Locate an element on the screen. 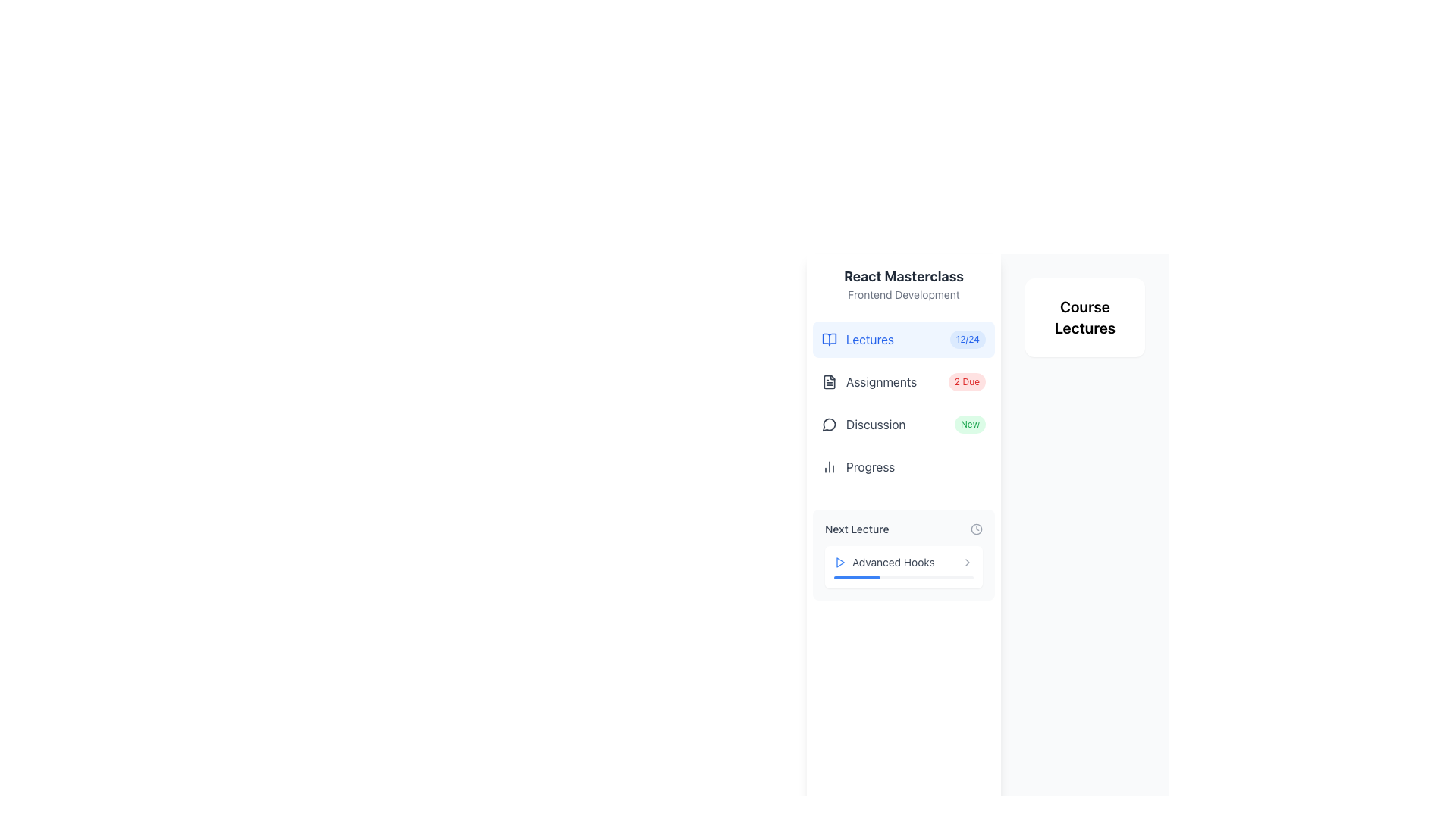 This screenshot has width=1456, height=819. the Informational panel indicating the next lecture is located at coordinates (903, 555).